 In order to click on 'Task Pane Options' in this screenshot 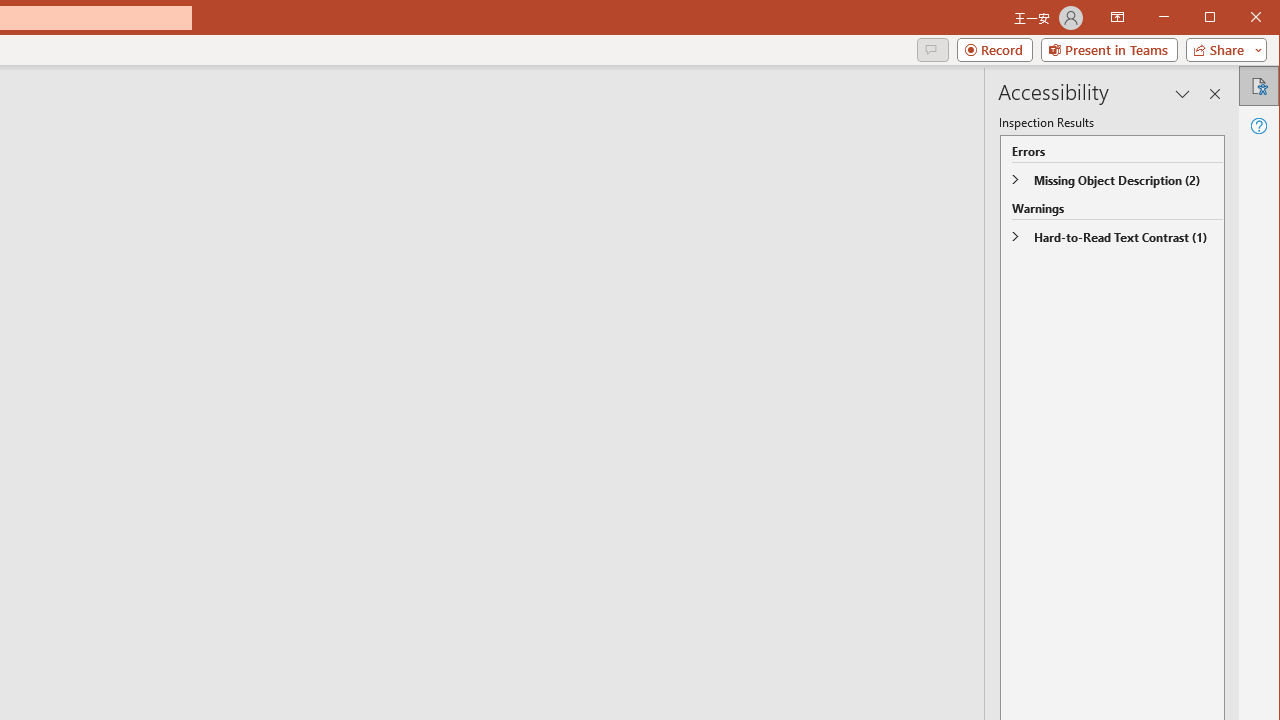, I will do `click(1183, 93)`.